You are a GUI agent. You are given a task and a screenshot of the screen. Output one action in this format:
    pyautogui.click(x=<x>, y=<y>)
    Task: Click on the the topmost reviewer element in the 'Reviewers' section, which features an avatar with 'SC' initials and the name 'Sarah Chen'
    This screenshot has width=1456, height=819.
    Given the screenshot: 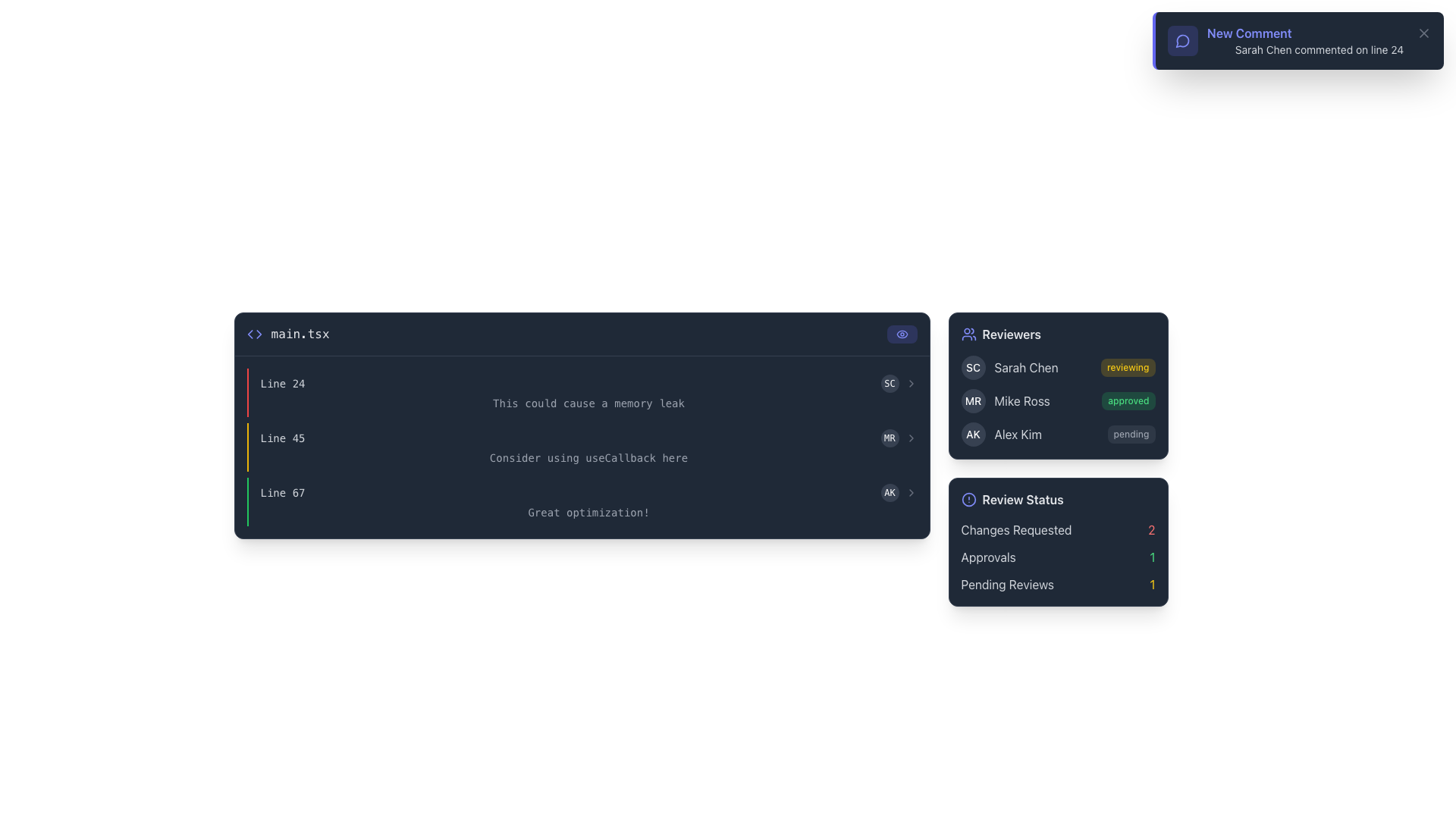 What is the action you would take?
    pyautogui.click(x=1009, y=368)
    